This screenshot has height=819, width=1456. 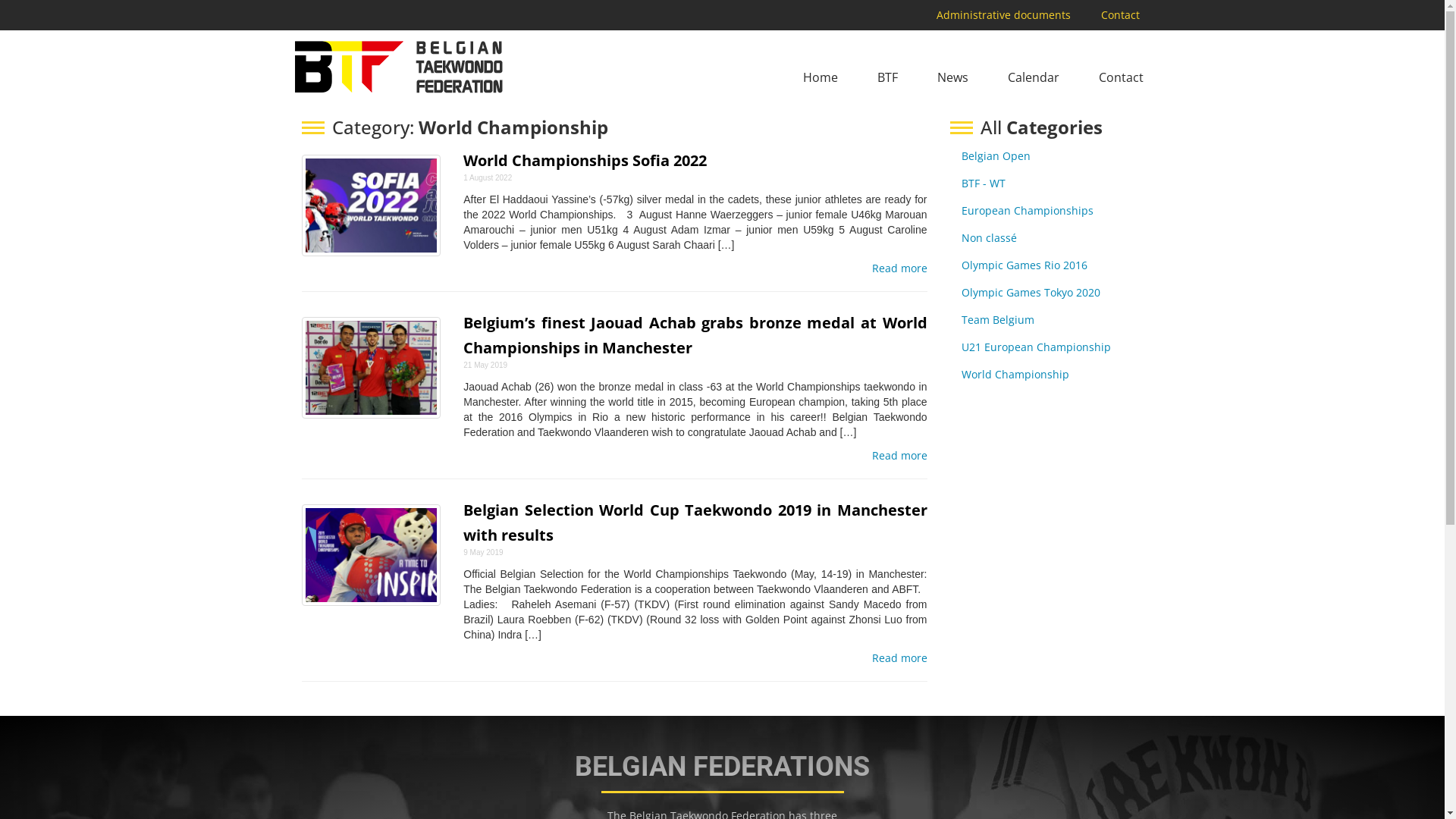 I want to click on 'Read more', so click(x=899, y=268).